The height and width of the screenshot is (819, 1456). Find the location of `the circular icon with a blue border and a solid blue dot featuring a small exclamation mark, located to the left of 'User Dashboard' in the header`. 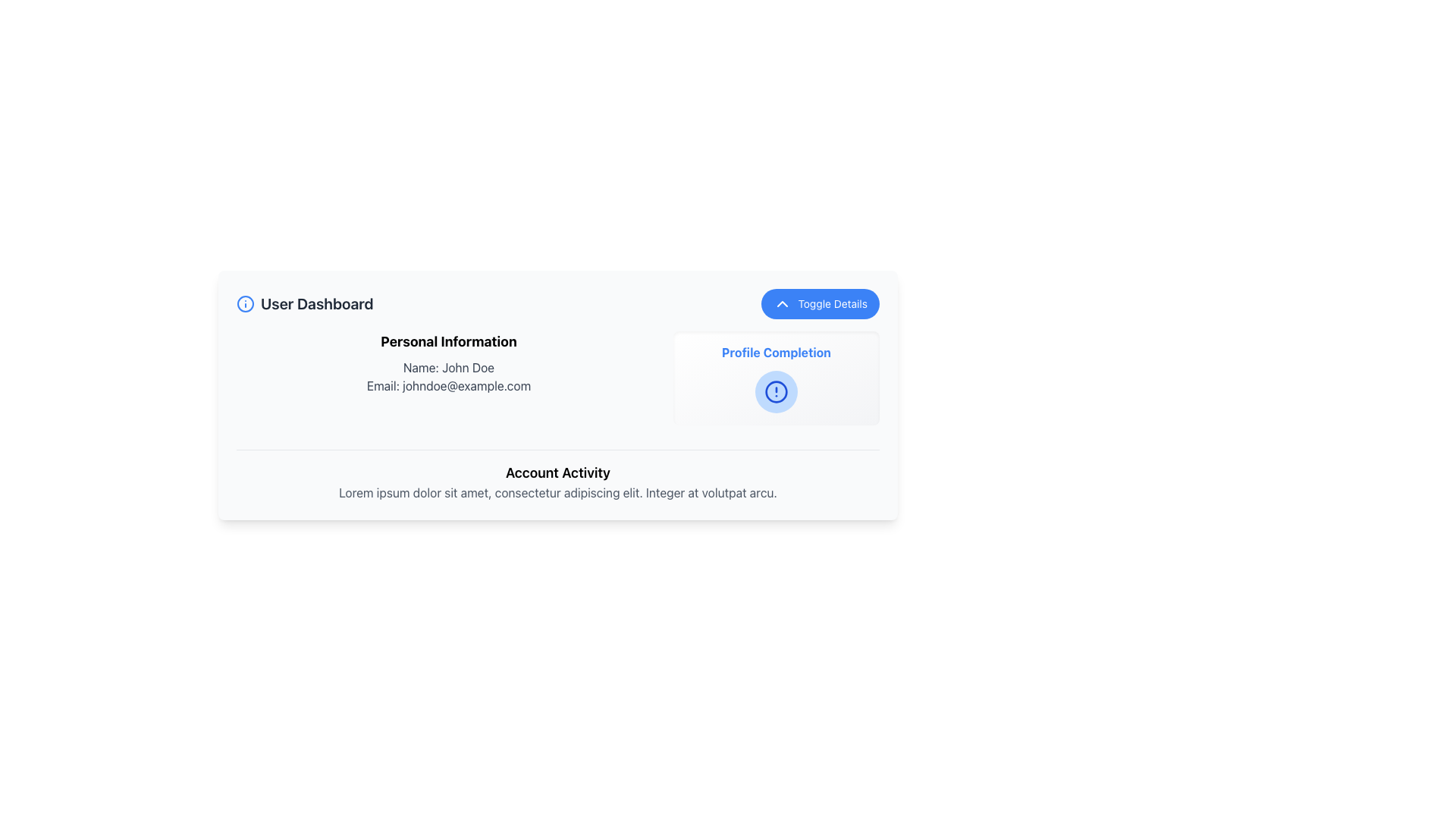

the circular icon with a blue border and a solid blue dot featuring a small exclamation mark, located to the left of 'User Dashboard' in the header is located at coordinates (246, 304).